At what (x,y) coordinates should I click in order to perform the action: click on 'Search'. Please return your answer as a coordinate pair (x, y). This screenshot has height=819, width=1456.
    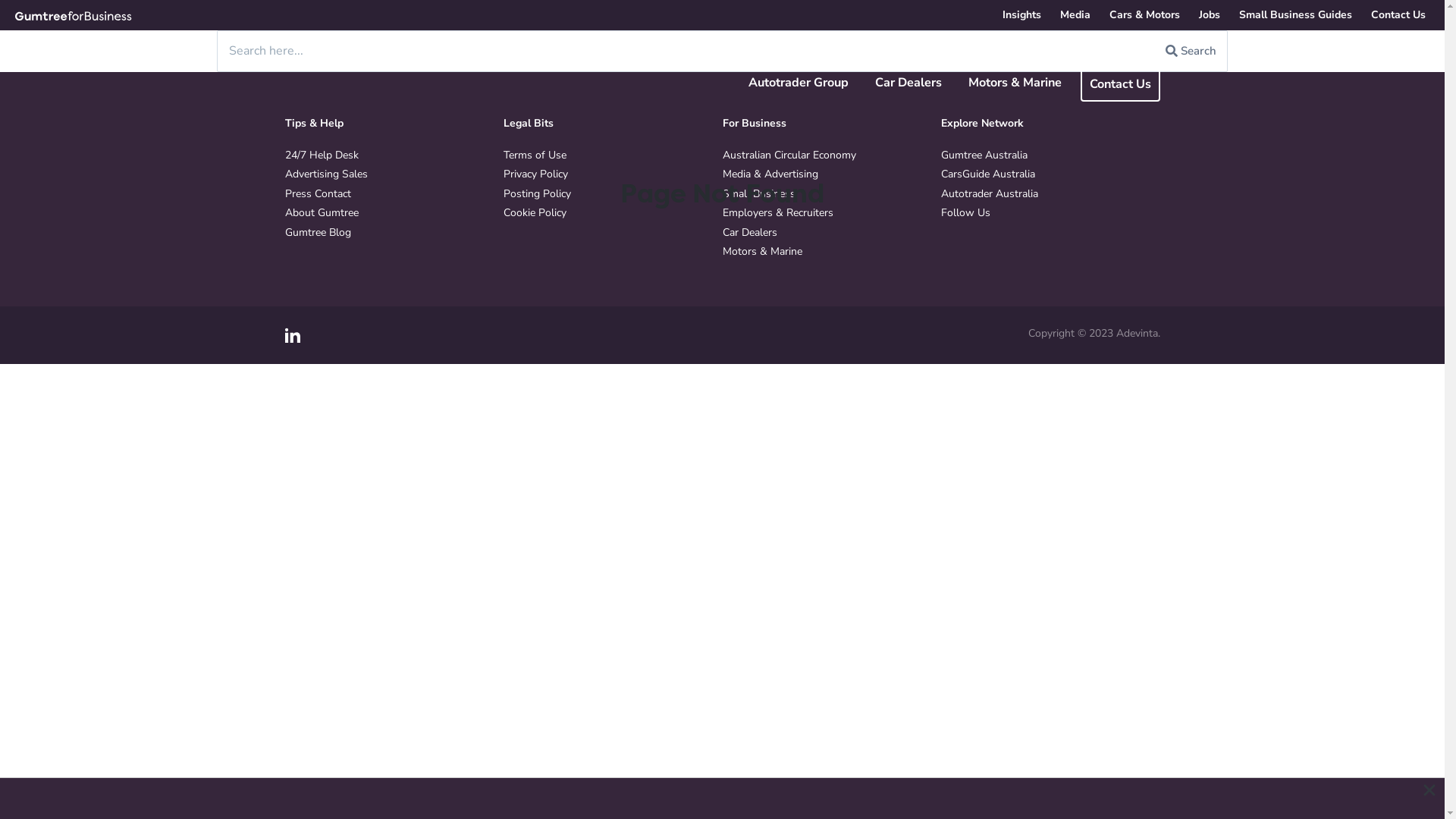
    Looking at the image, I should click on (1190, 49).